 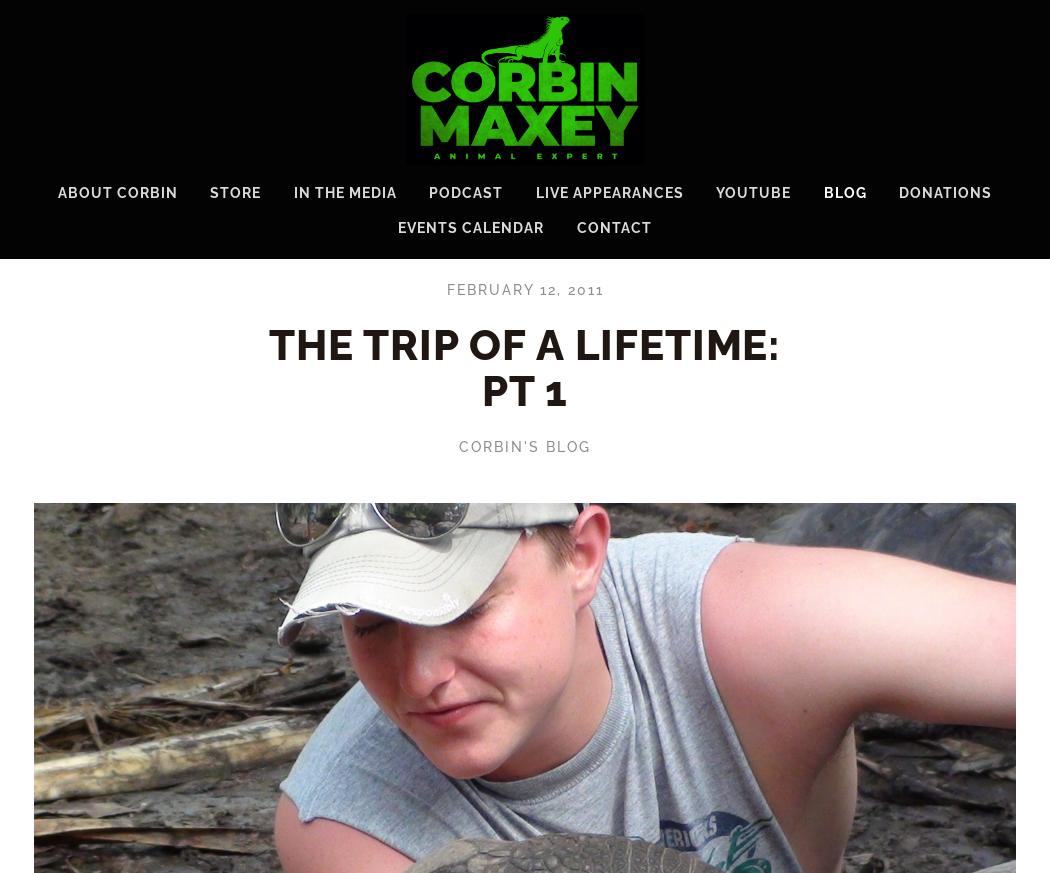 What do you see at coordinates (609, 190) in the screenshot?
I see `'Live Appearances'` at bounding box center [609, 190].